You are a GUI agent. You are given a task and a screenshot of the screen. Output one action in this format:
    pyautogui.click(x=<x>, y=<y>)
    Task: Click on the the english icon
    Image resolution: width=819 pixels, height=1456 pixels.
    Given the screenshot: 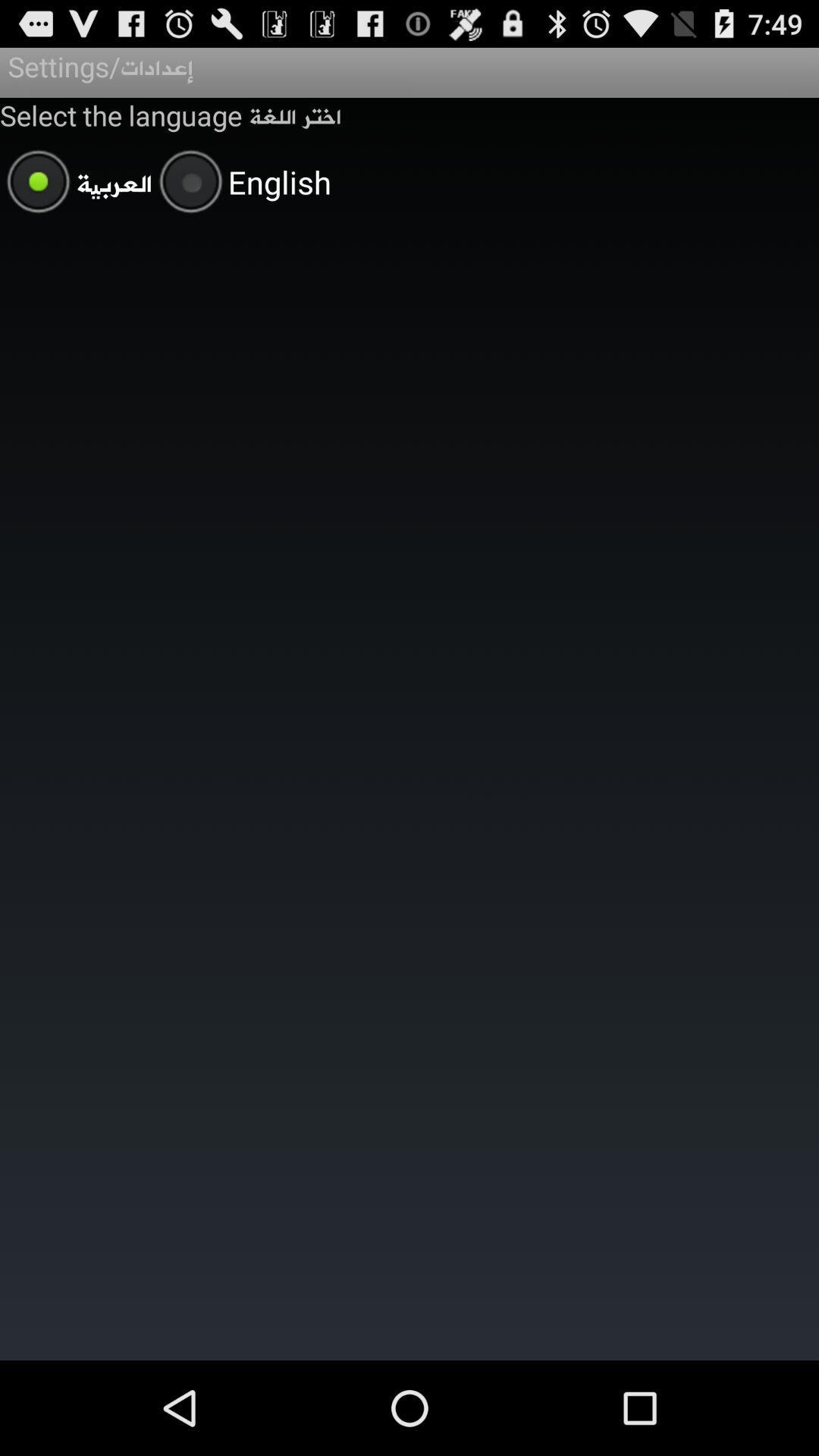 What is the action you would take?
    pyautogui.click(x=241, y=184)
    